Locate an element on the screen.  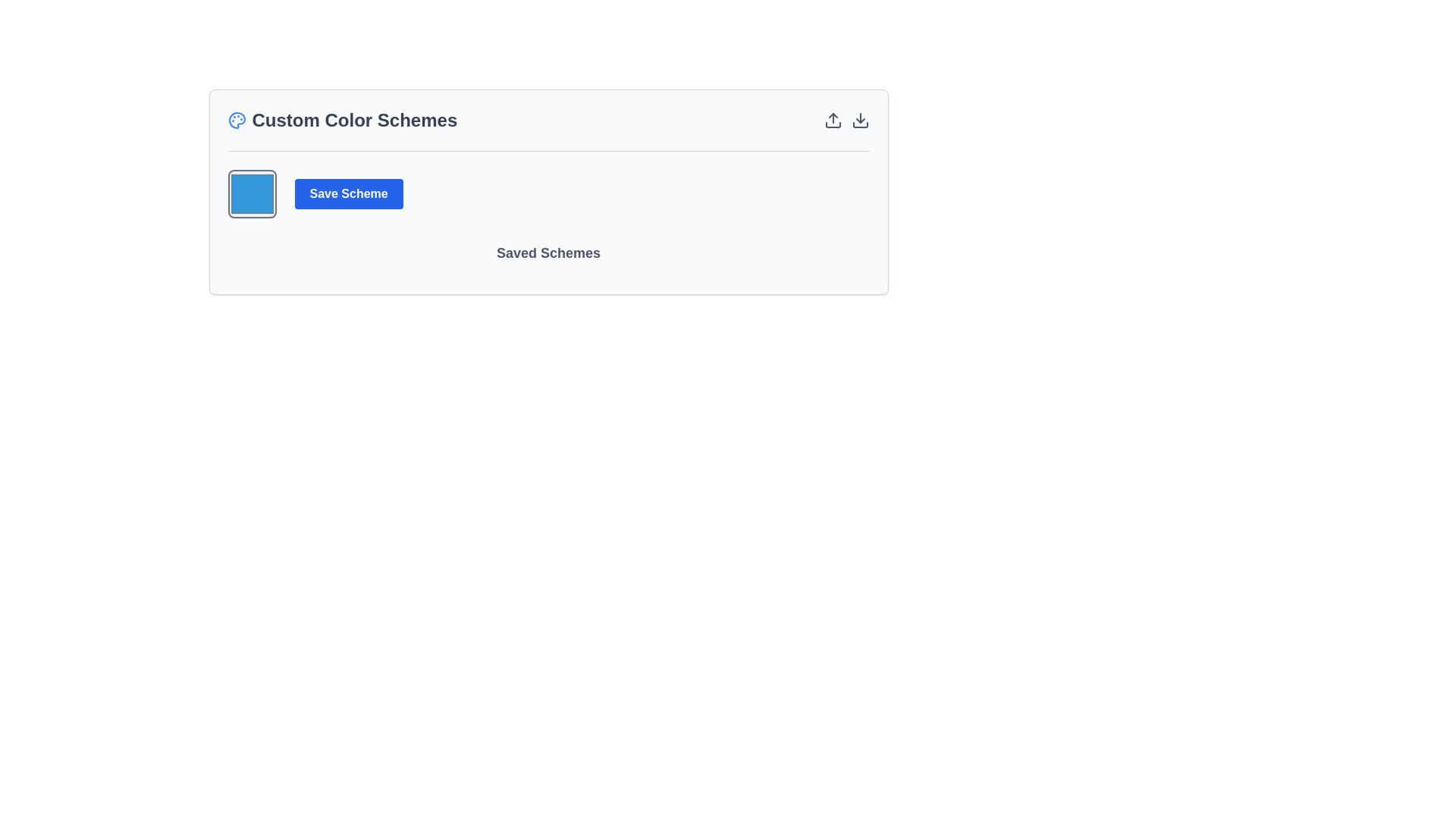
the download icon located at the top-right corner of the interface panel for 'Custom Color Schemes', which features rounded shapes forming a rectangle with a gap at the bottom is located at coordinates (860, 124).